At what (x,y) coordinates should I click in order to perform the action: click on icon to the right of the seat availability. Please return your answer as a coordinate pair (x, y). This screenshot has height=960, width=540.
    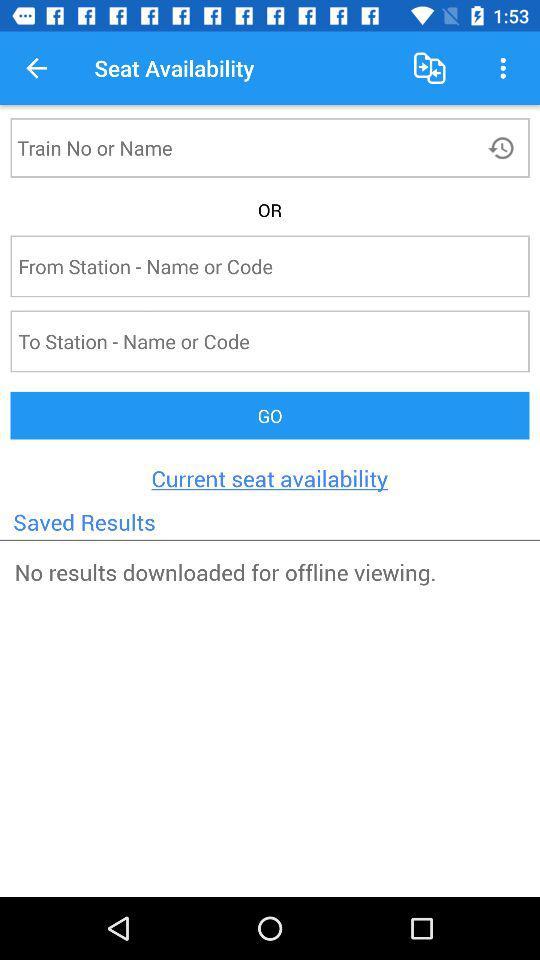
    Looking at the image, I should click on (428, 68).